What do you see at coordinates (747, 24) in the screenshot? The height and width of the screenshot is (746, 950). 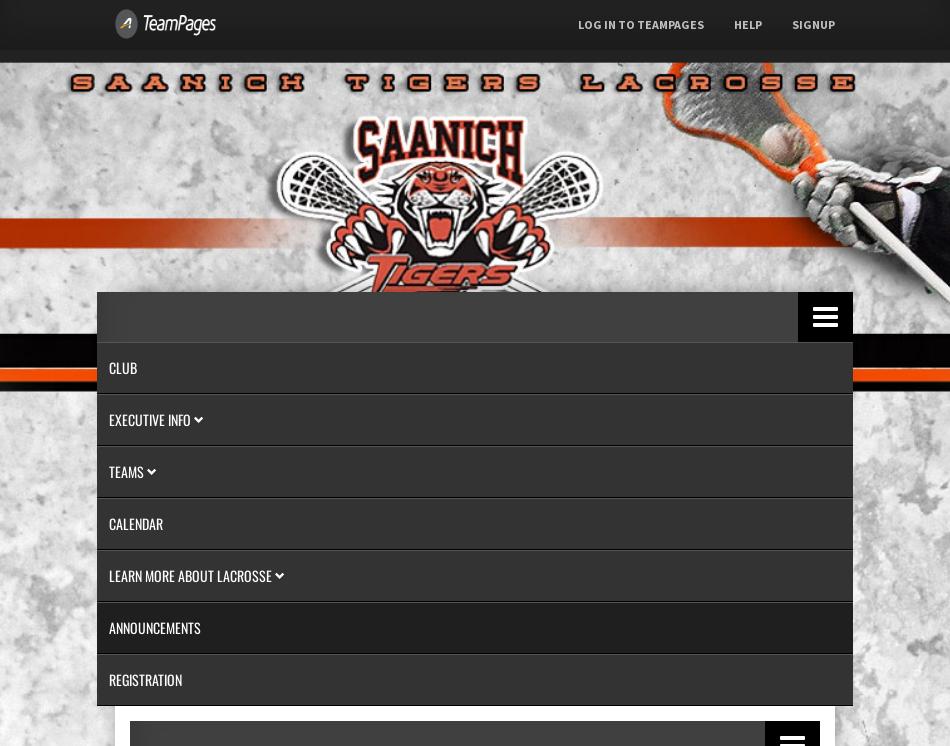 I see `'Help'` at bounding box center [747, 24].